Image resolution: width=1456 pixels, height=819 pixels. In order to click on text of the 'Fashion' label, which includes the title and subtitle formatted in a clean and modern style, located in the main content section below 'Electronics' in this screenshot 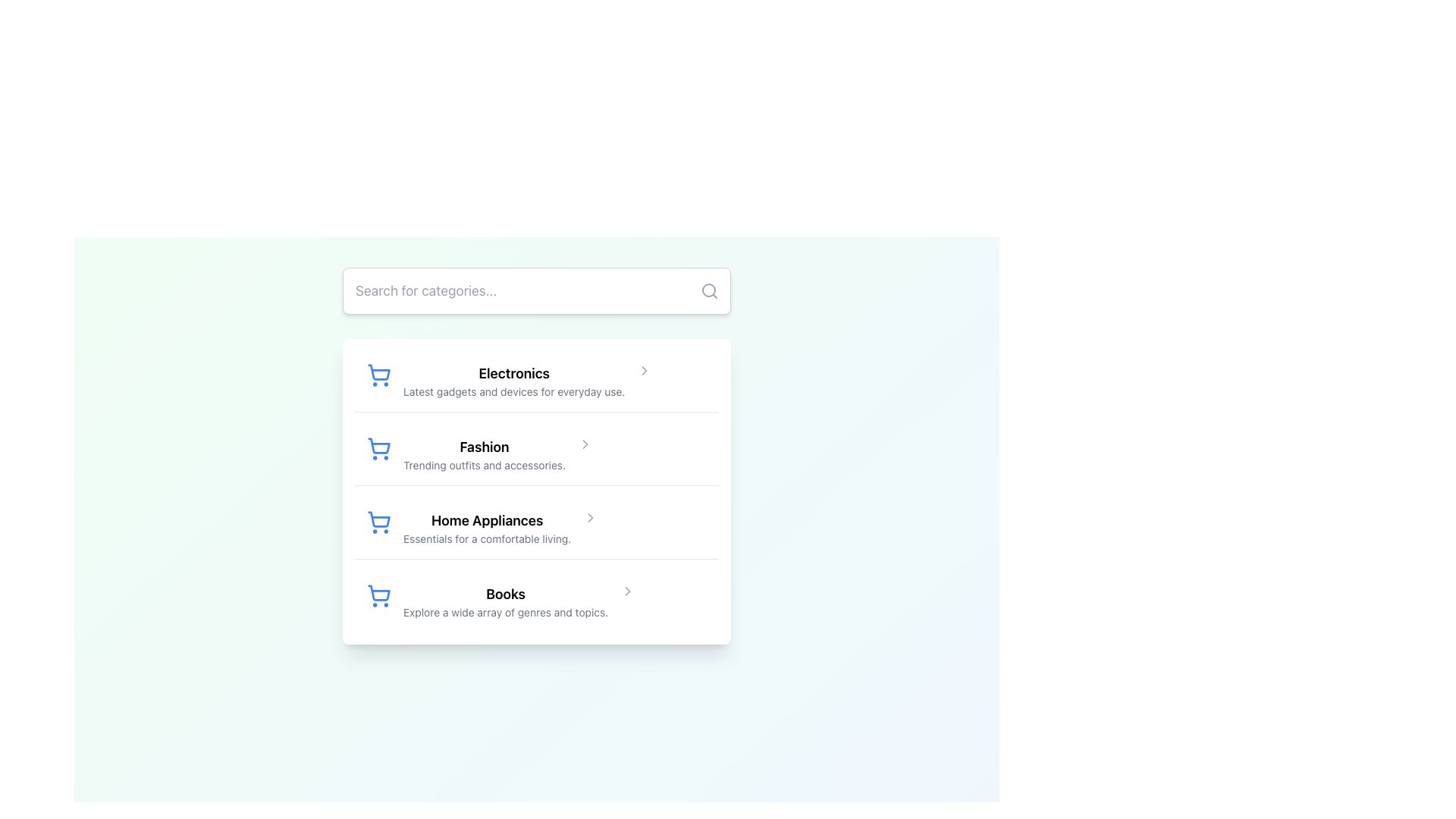, I will do `click(483, 454)`.